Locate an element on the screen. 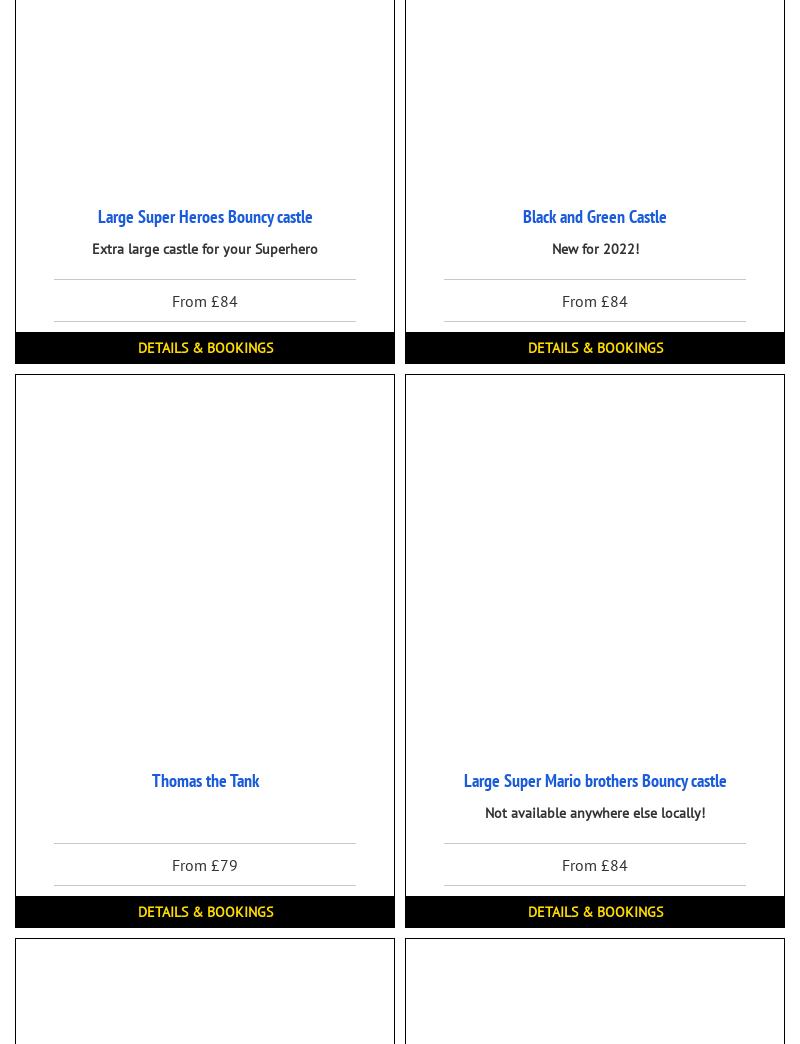  'Black and Green Castle' is located at coordinates (594, 216).